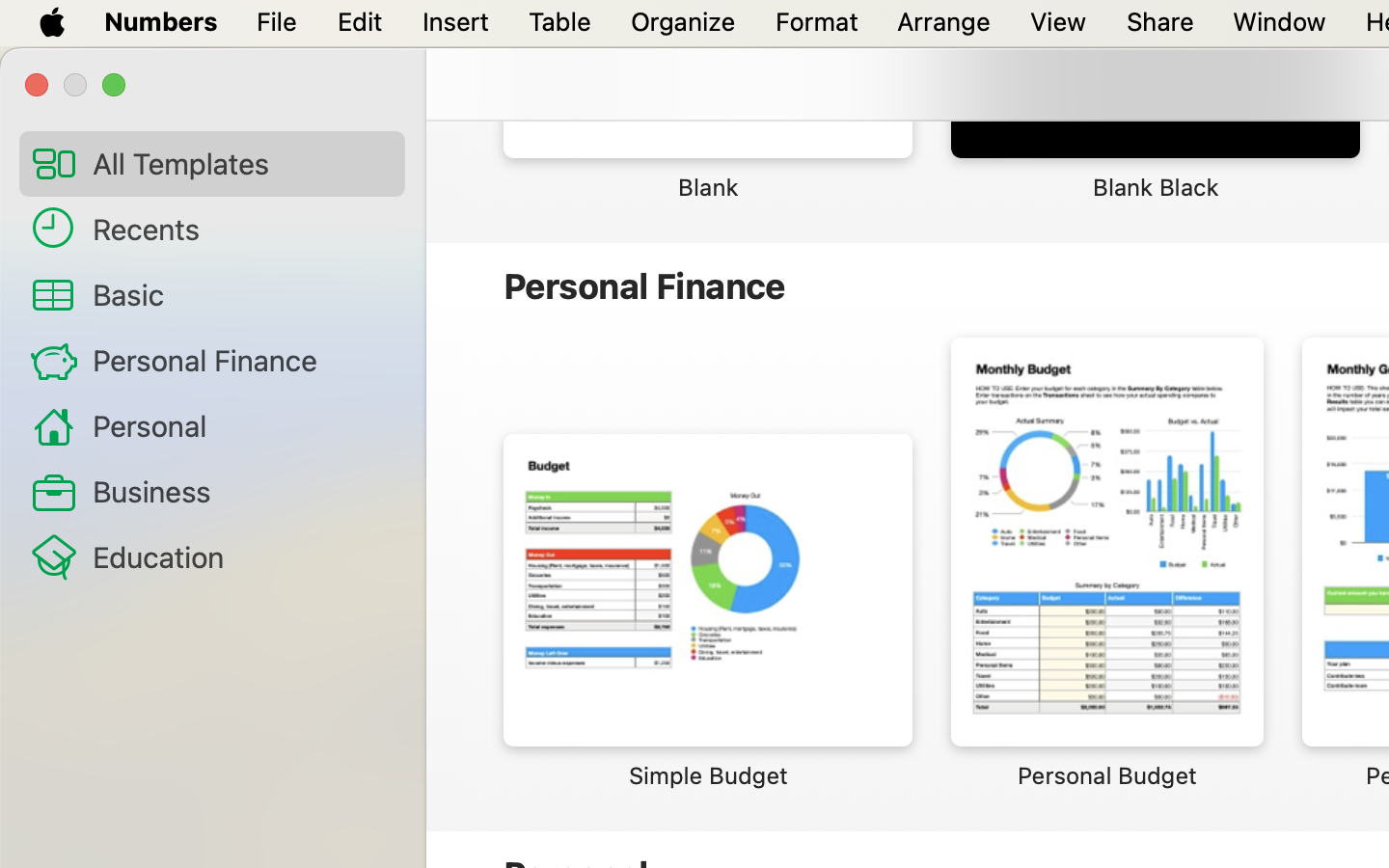 The width and height of the screenshot is (1389, 868). I want to click on 'Personal Finance', so click(239, 359).